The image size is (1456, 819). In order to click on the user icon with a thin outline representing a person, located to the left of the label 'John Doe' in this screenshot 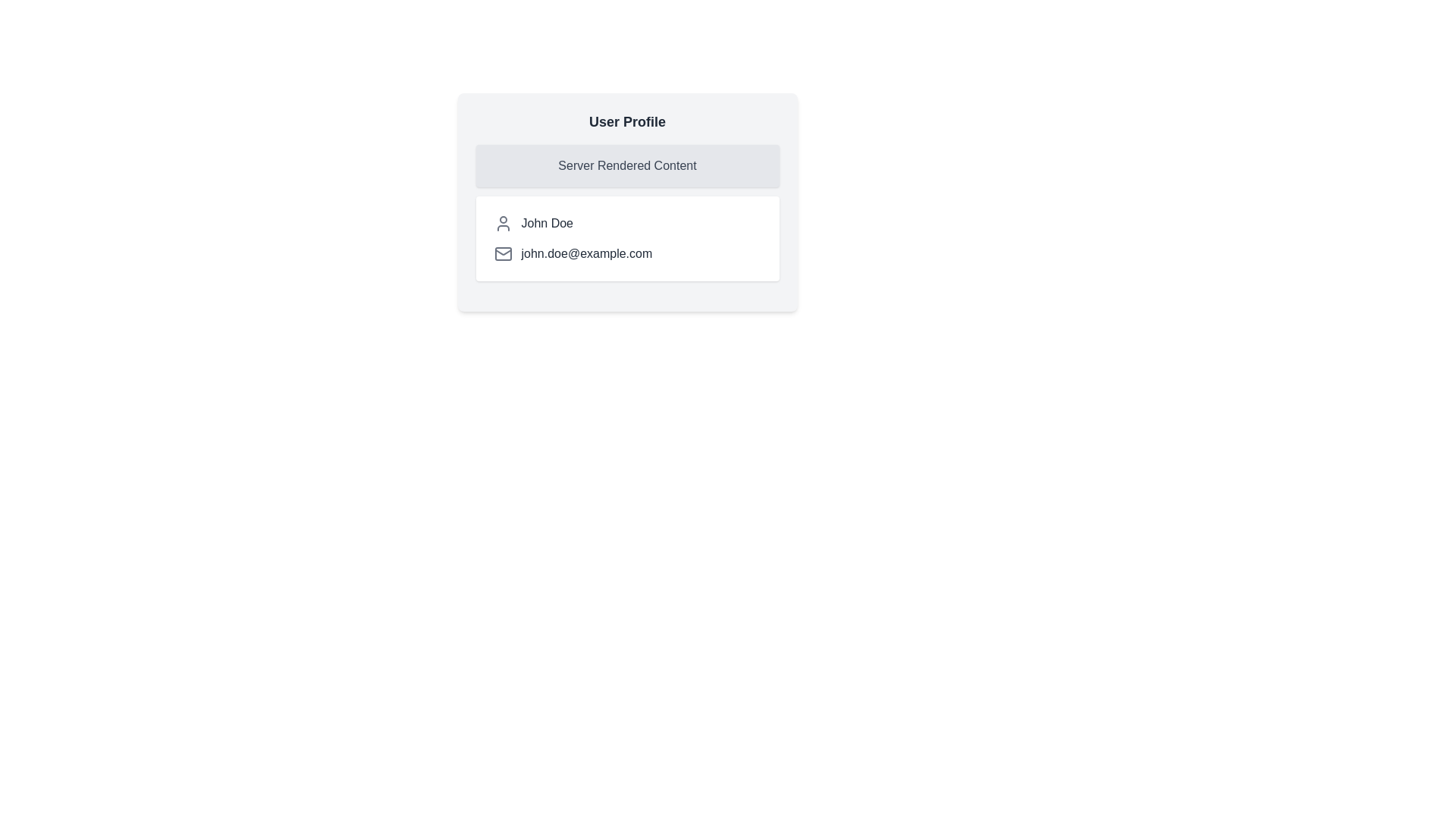, I will do `click(503, 223)`.